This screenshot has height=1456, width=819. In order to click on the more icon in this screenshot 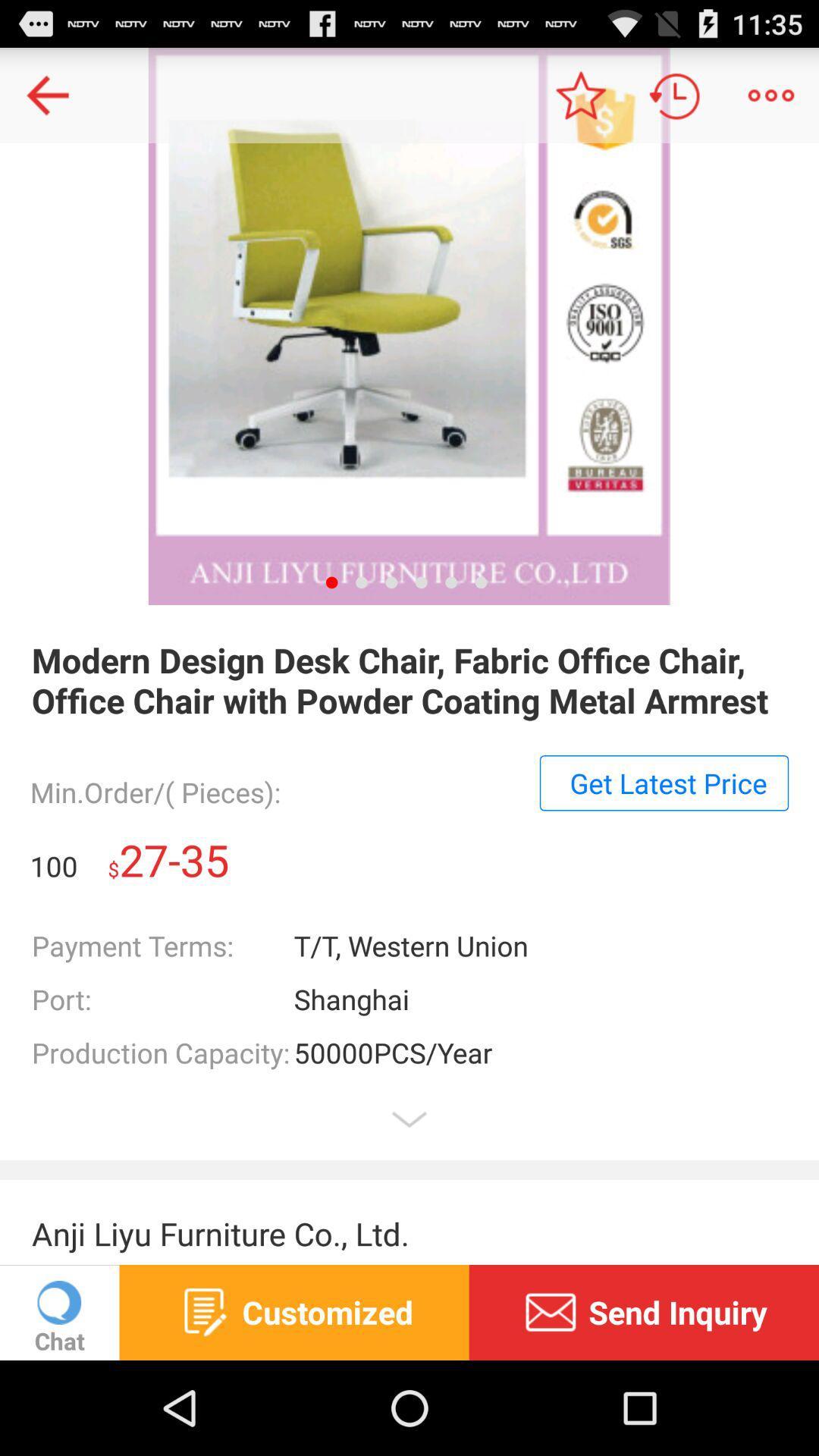, I will do `click(771, 101)`.